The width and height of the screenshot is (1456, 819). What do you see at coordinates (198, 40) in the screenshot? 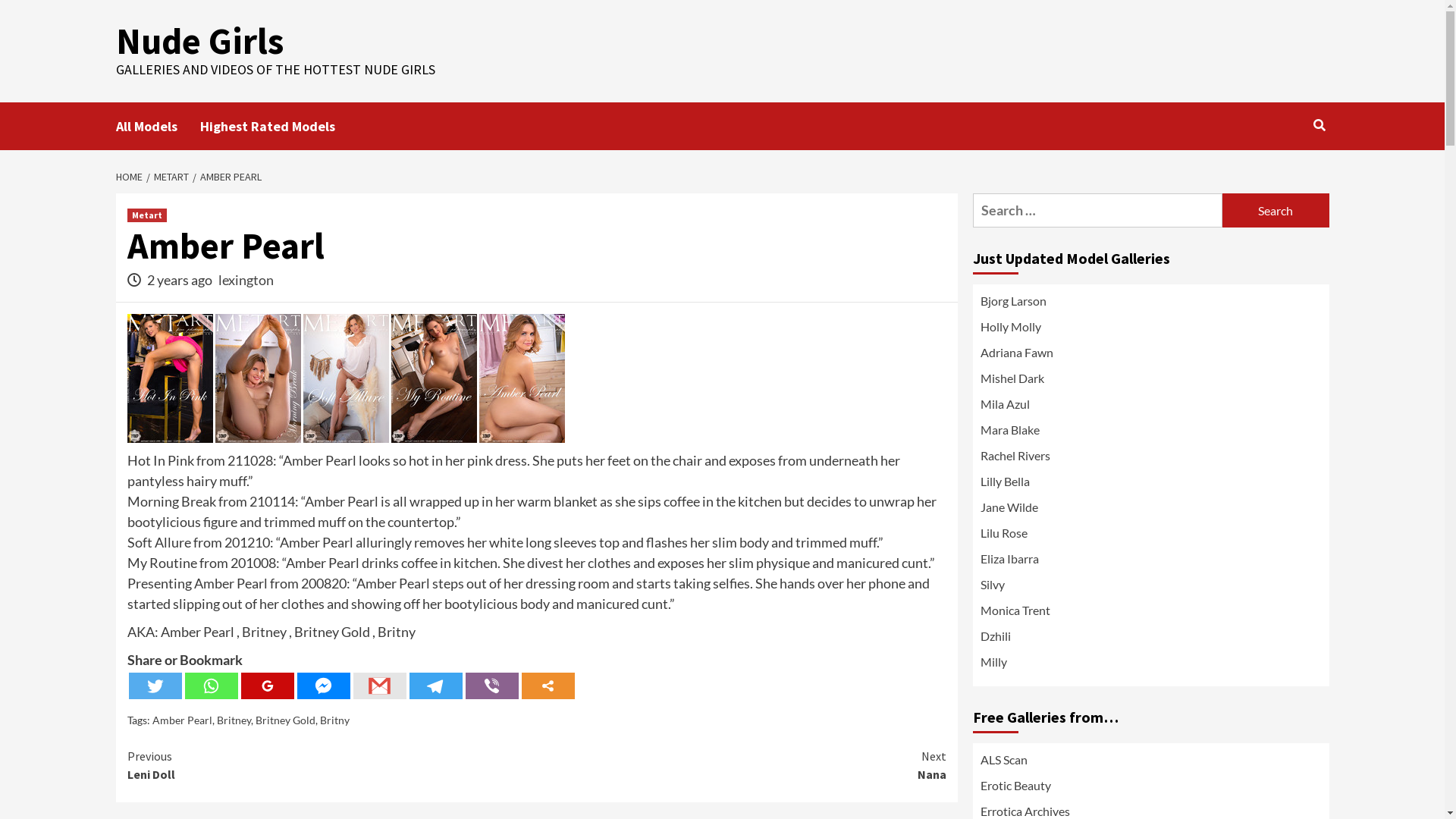
I see `'Nude Girls'` at bounding box center [198, 40].